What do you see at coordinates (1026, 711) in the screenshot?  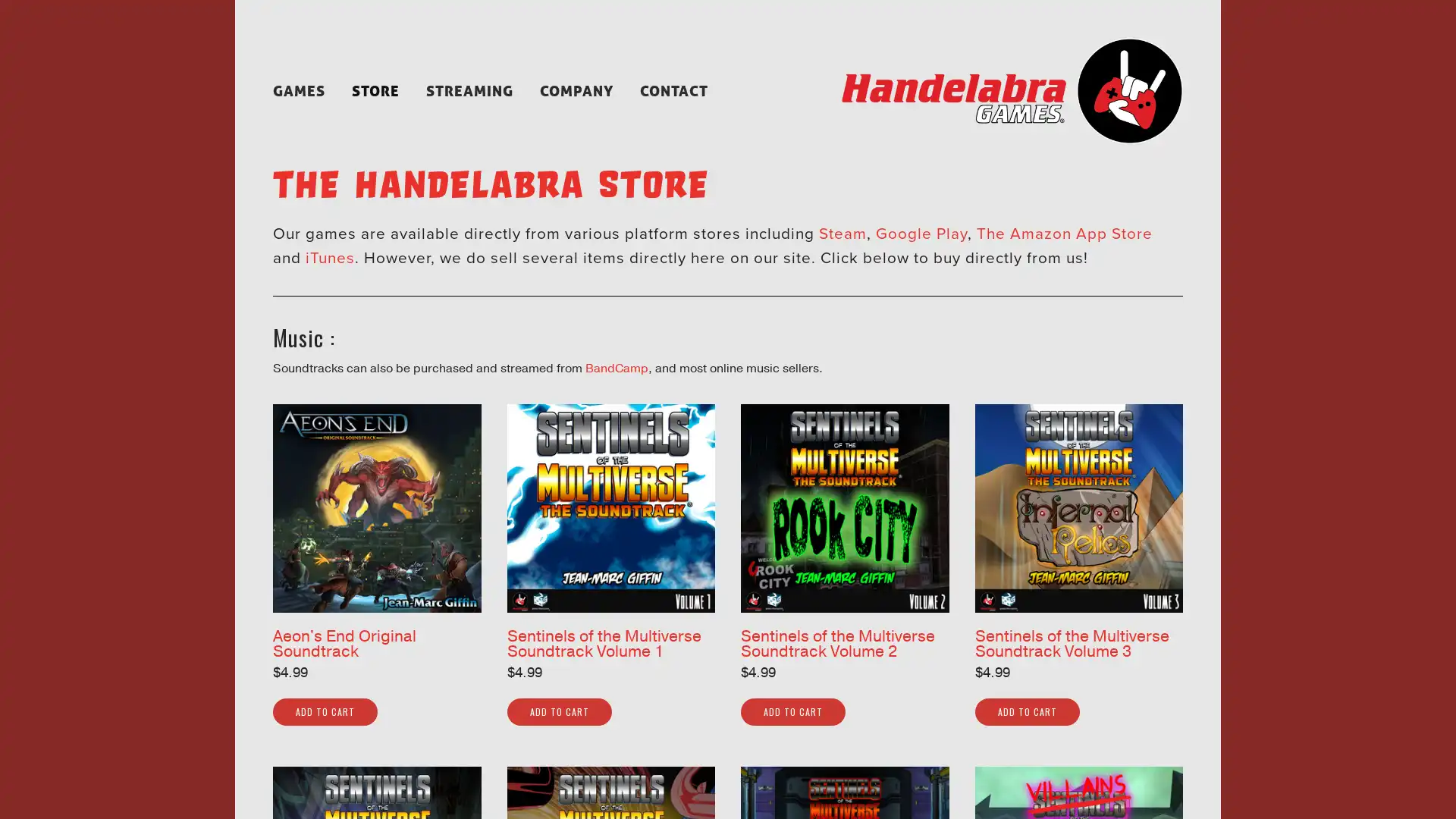 I see `ADD TO CART` at bounding box center [1026, 711].